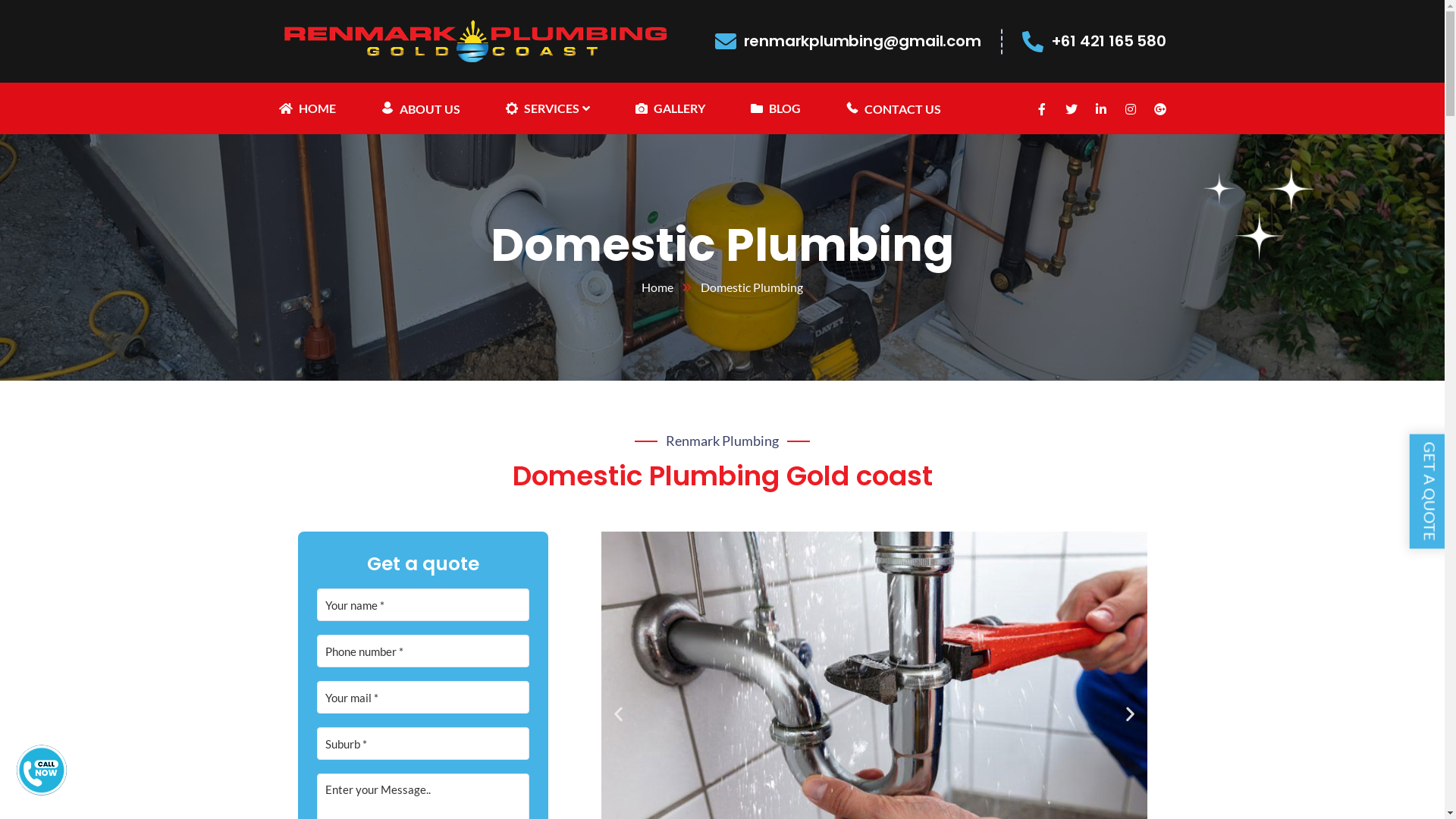 The width and height of the screenshot is (1456, 819). What do you see at coordinates (893, 107) in the screenshot?
I see `'CONTACT US'` at bounding box center [893, 107].